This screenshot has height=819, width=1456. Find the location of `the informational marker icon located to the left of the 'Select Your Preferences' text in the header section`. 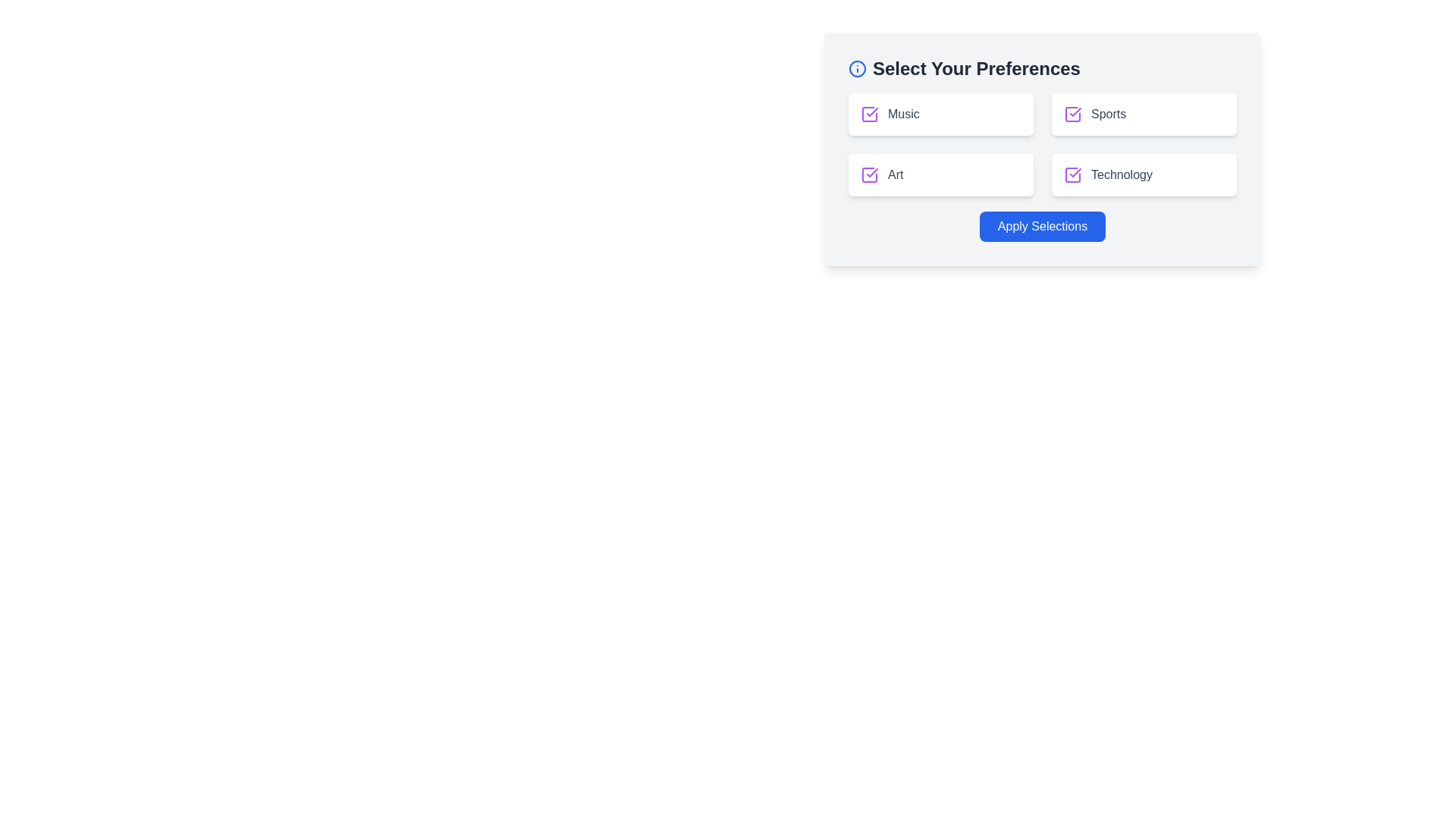

the informational marker icon located to the left of the 'Select Your Preferences' text in the header section is located at coordinates (858, 69).